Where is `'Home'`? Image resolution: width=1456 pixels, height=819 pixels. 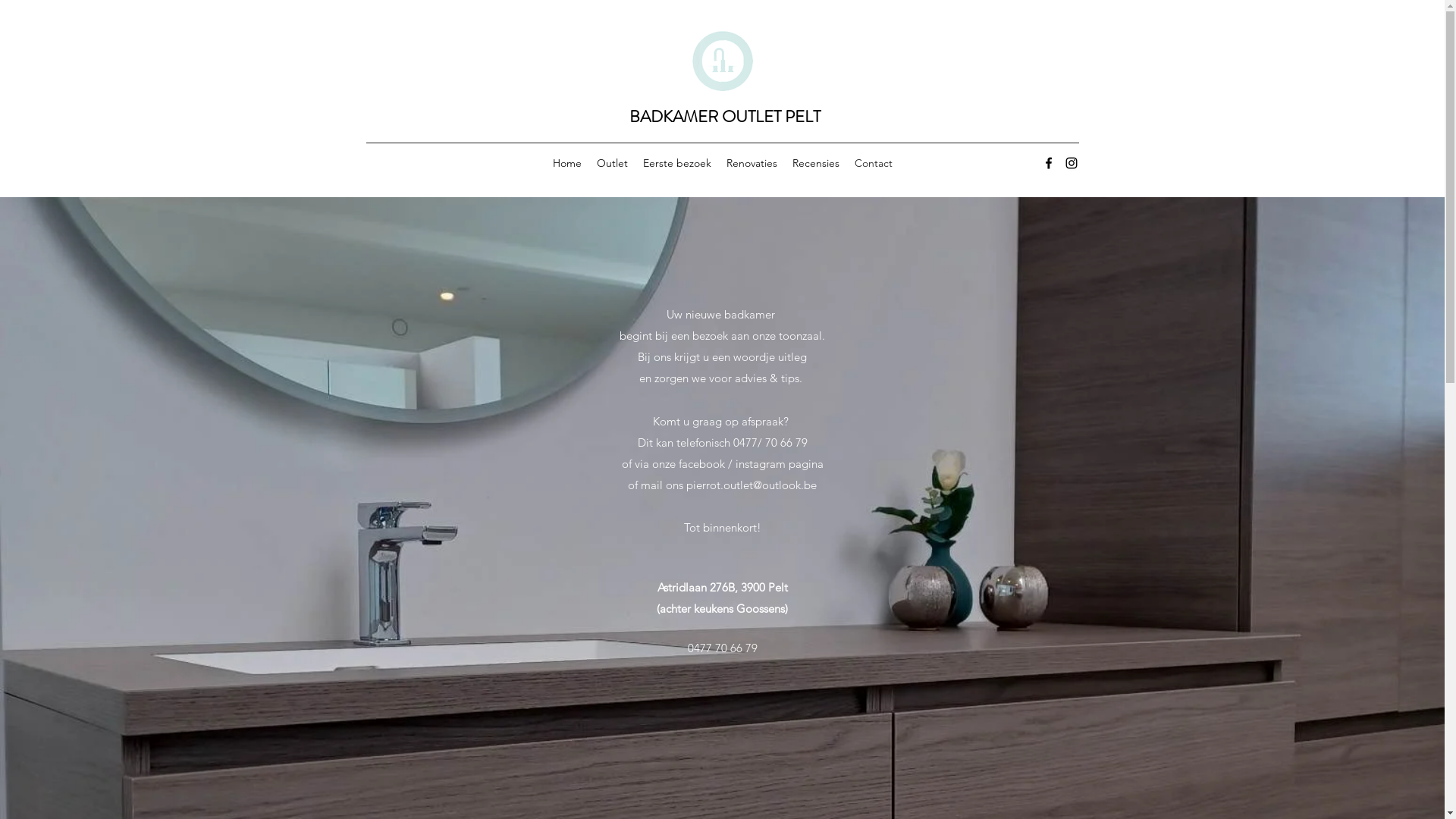
'Home' is located at coordinates (544, 163).